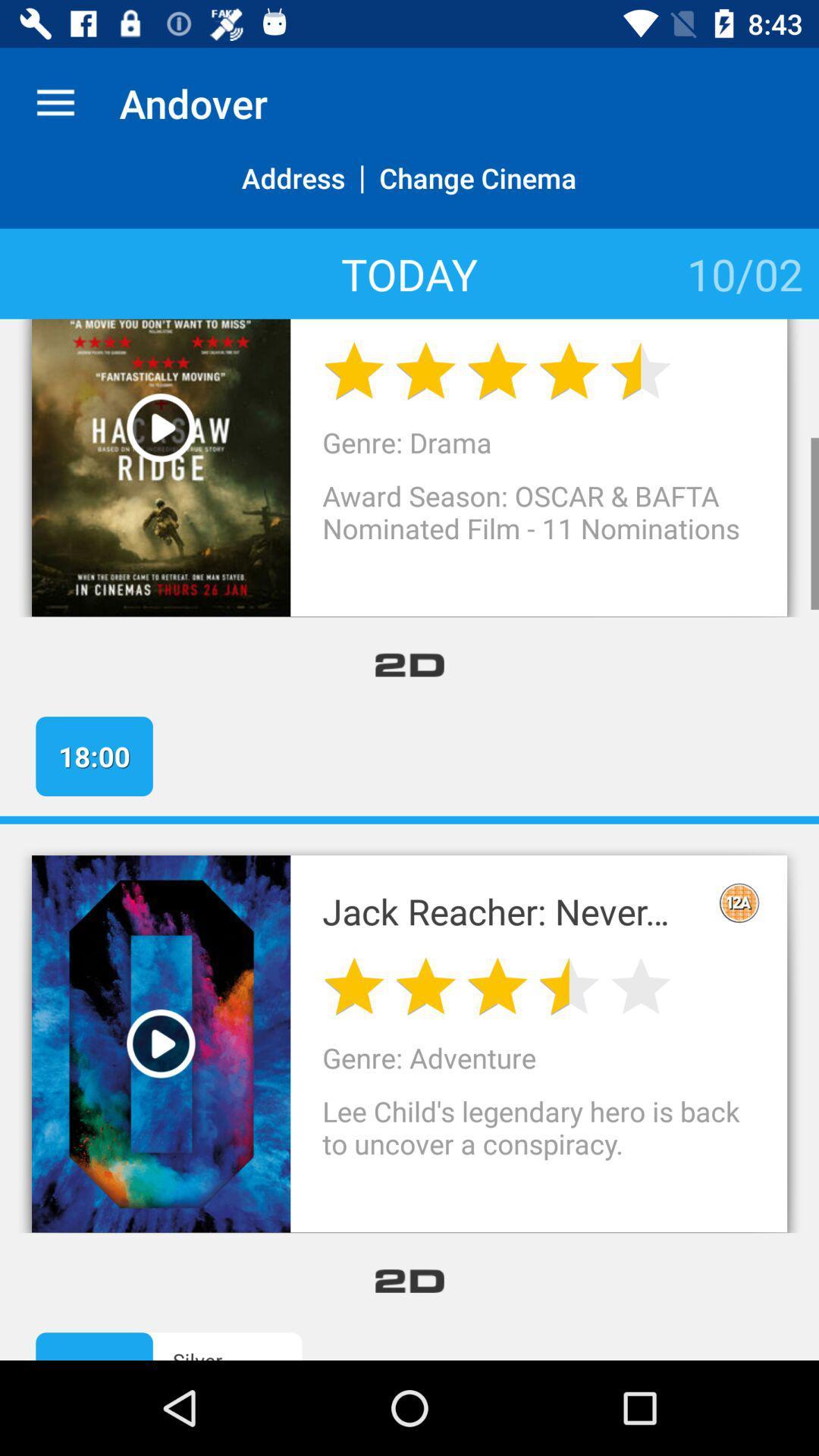  Describe the element at coordinates (478, 193) in the screenshot. I see `item above today` at that location.